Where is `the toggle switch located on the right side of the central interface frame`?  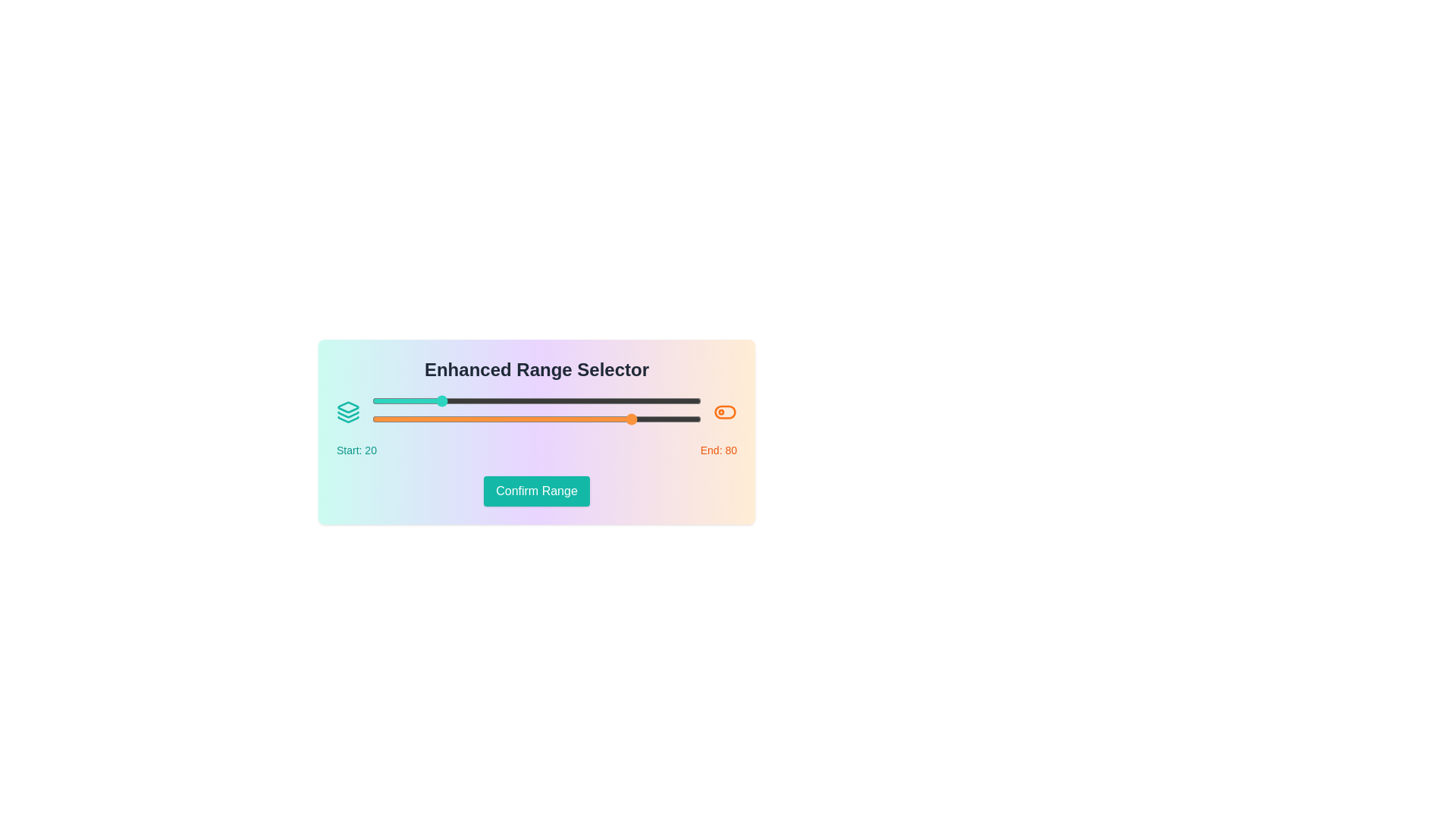
the toggle switch located on the right side of the central interface frame is located at coordinates (724, 412).